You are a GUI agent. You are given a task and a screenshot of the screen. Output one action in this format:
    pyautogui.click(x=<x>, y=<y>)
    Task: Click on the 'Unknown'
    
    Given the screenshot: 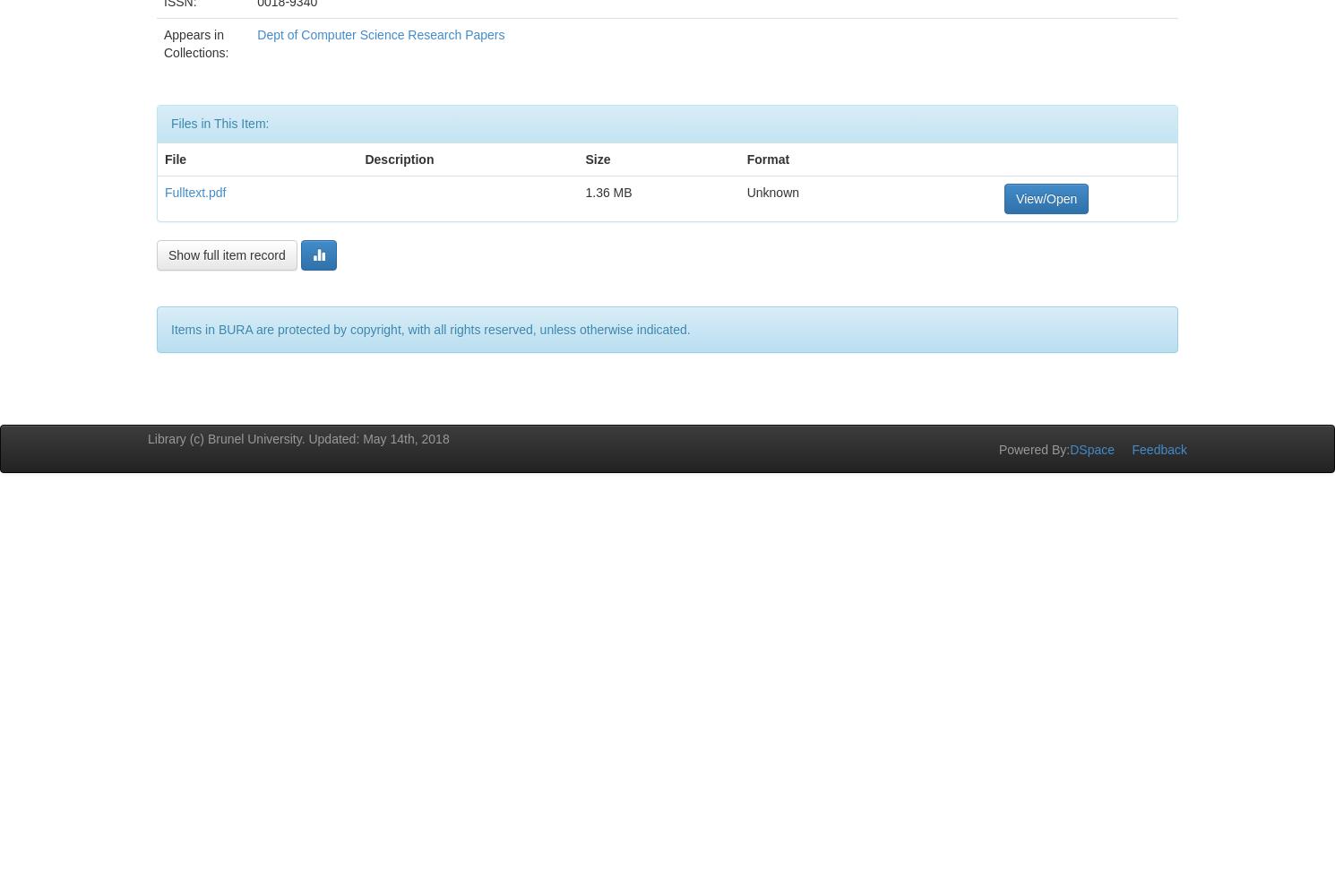 What is the action you would take?
    pyautogui.click(x=771, y=191)
    